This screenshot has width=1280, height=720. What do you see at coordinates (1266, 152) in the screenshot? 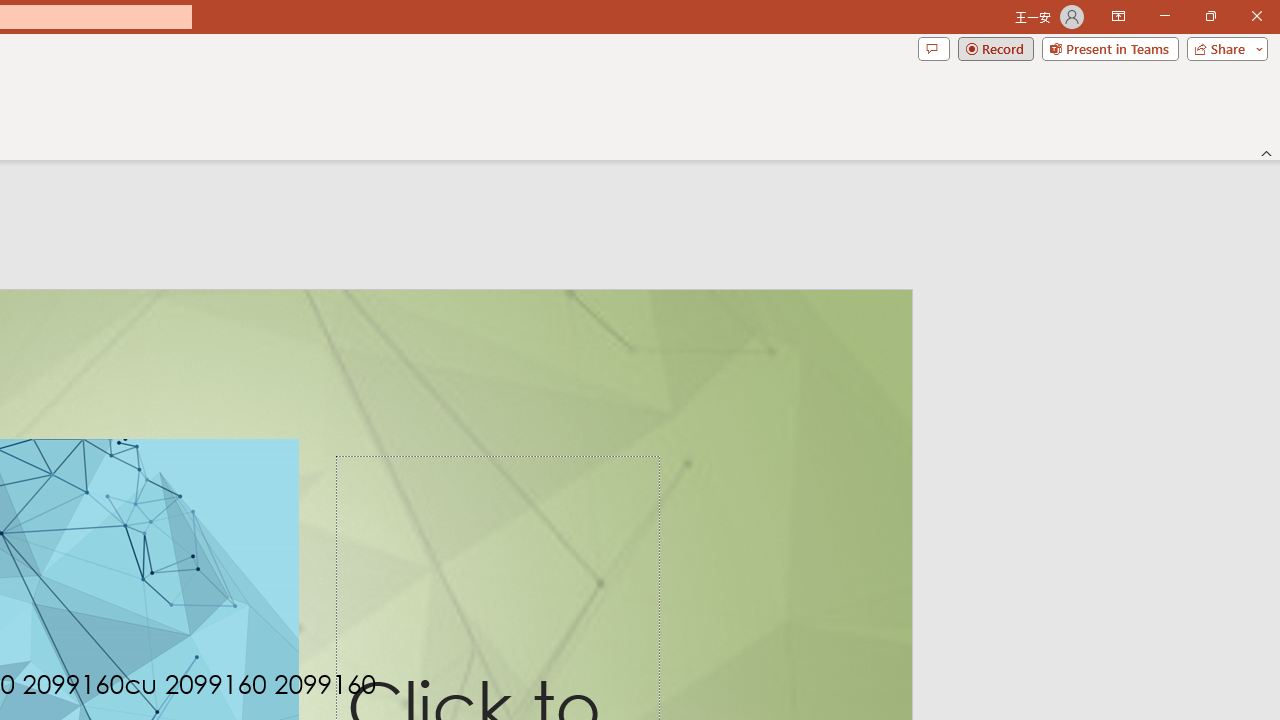
I see `'Collapse the Ribbon'` at bounding box center [1266, 152].